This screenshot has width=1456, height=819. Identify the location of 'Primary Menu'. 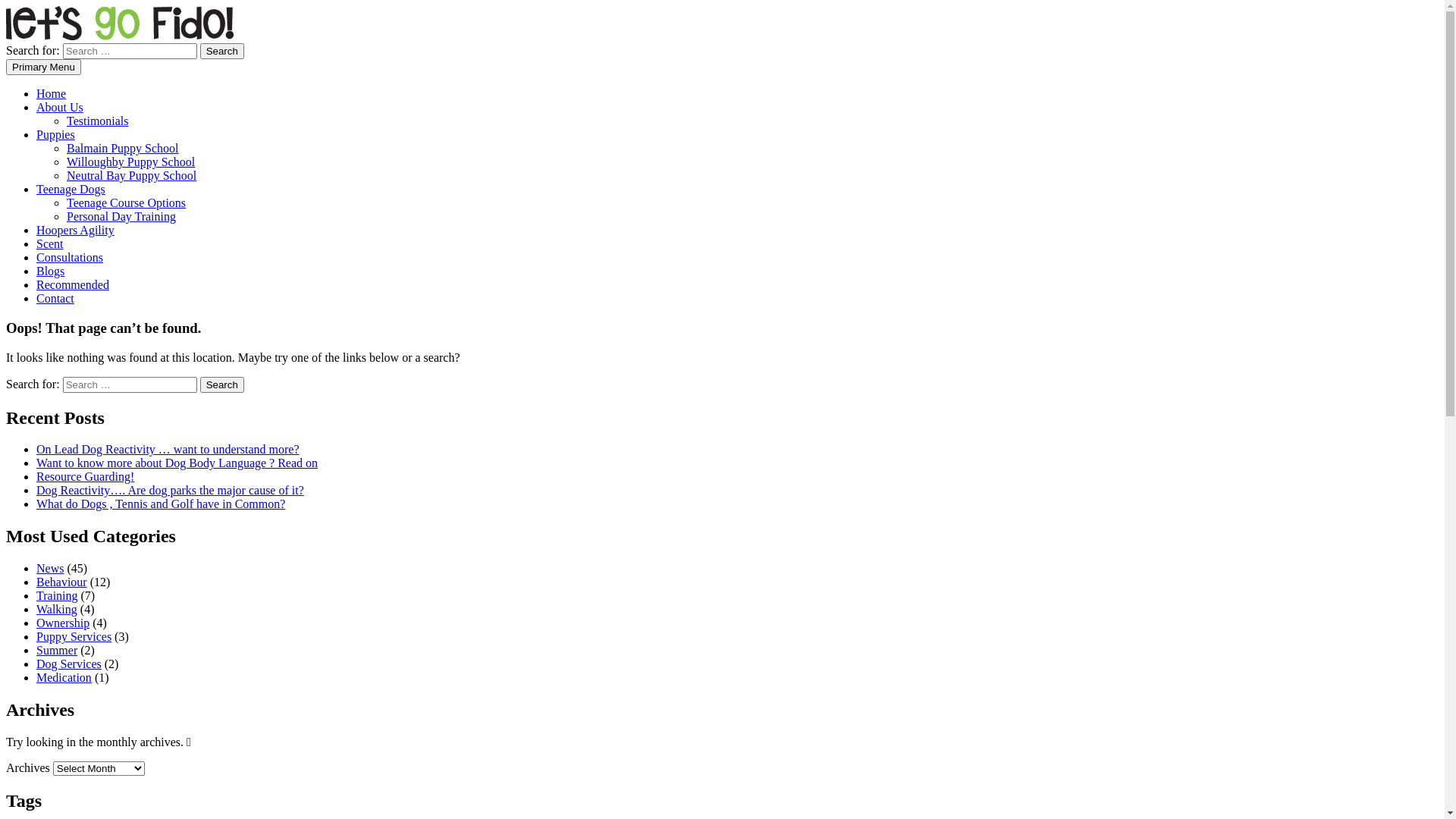
(43, 66).